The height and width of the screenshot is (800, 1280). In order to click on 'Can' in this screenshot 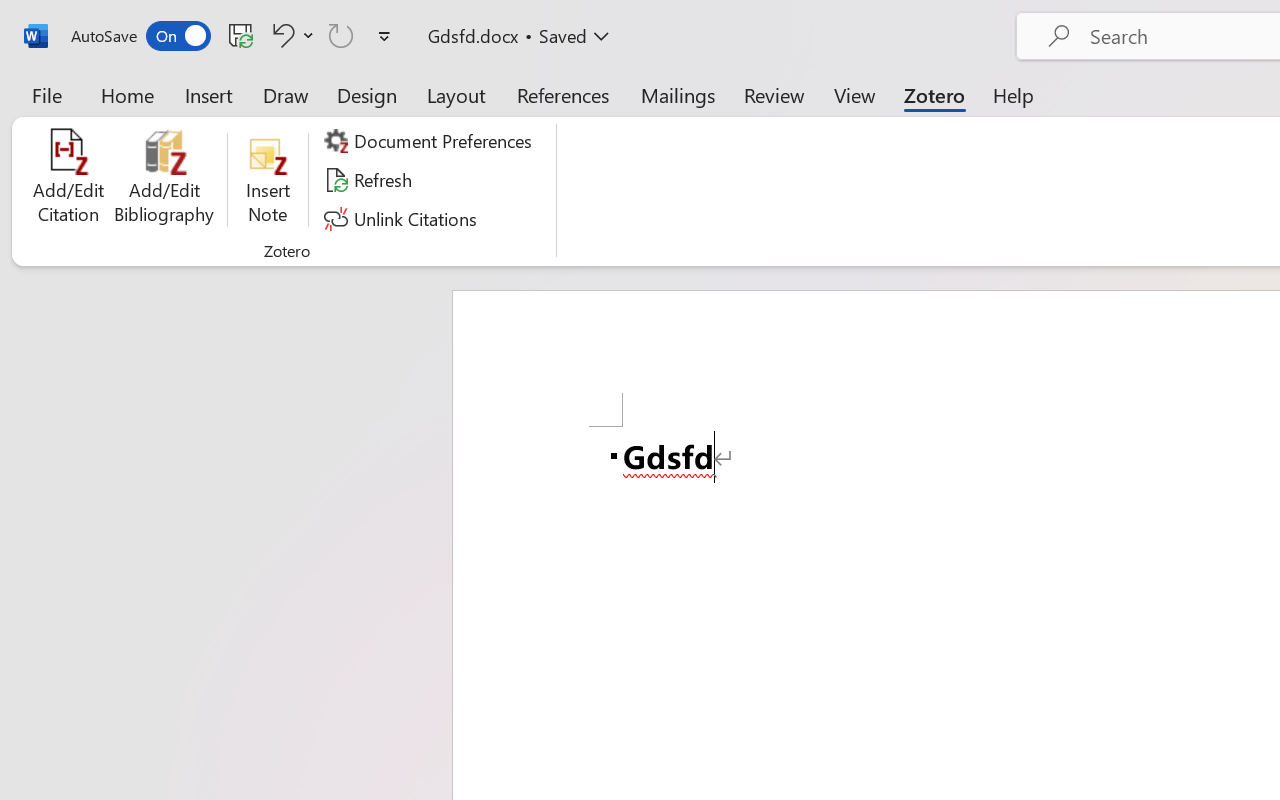, I will do `click(341, 34)`.